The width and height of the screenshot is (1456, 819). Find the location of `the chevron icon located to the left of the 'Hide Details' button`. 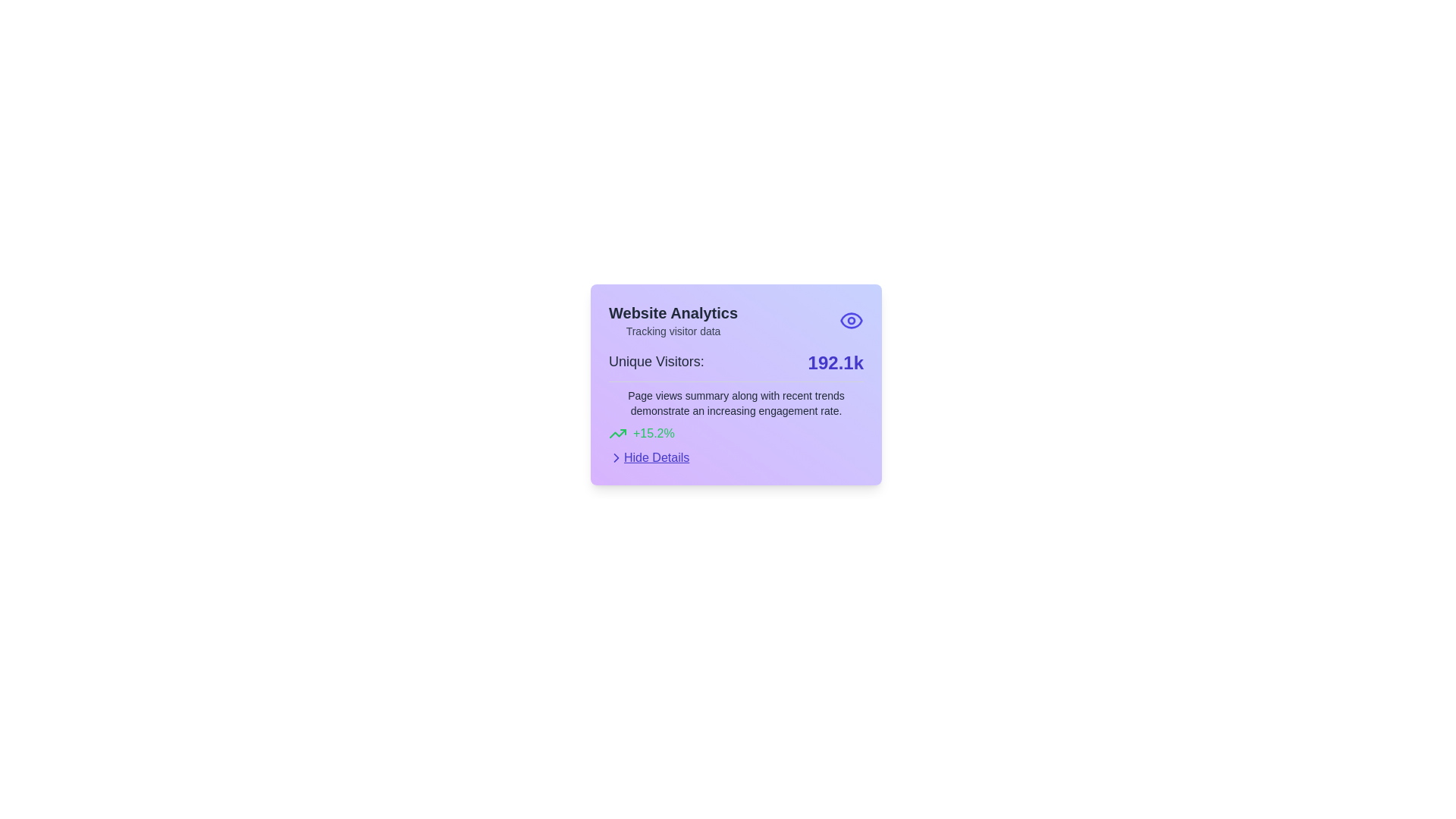

the chevron icon located to the left of the 'Hide Details' button is located at coordinates (616, 457).